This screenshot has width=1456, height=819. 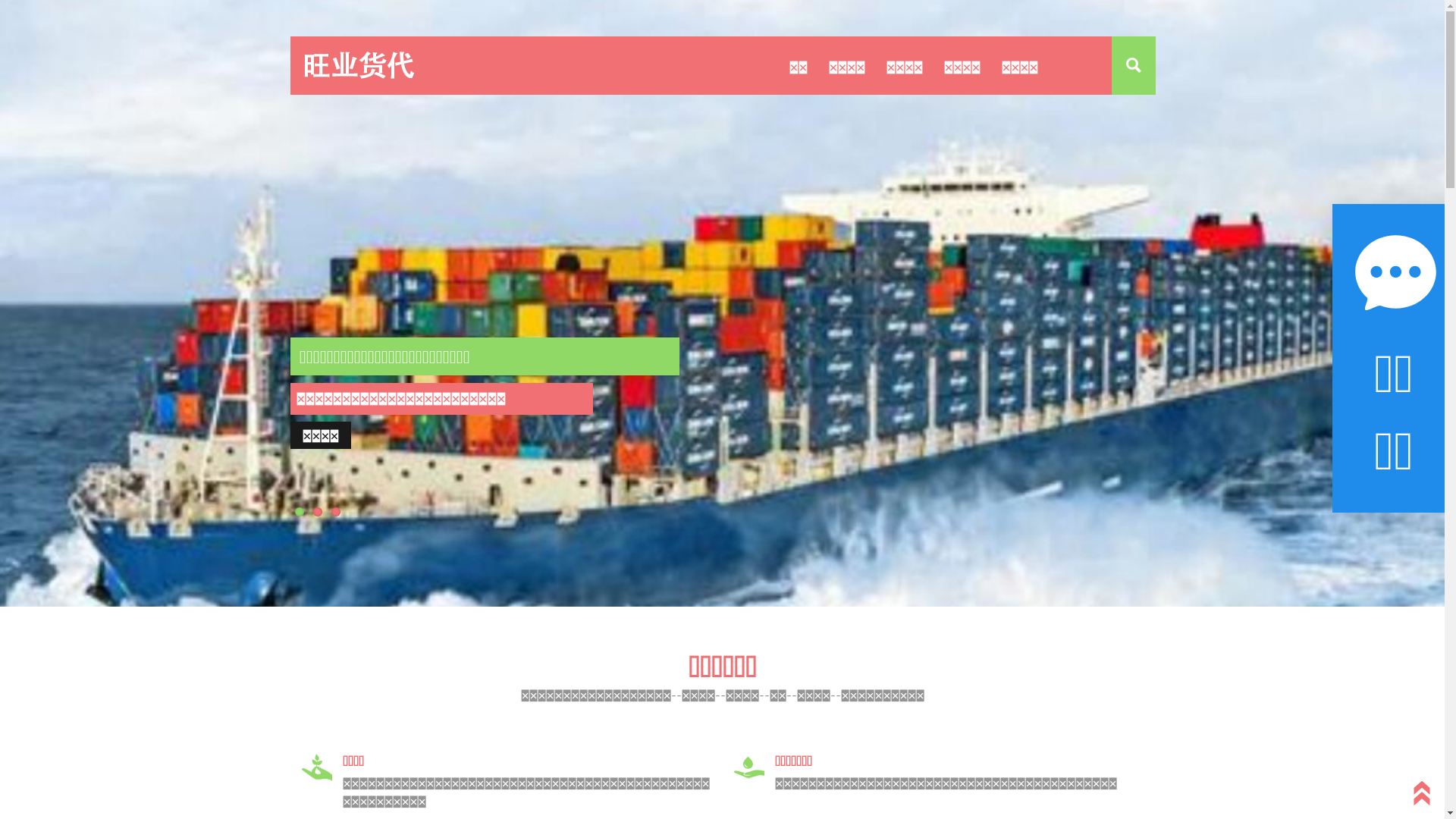 What do you see at coordinates (316, 512) in the screenshot?
I see `'2'` at bounding box center [316, 512].